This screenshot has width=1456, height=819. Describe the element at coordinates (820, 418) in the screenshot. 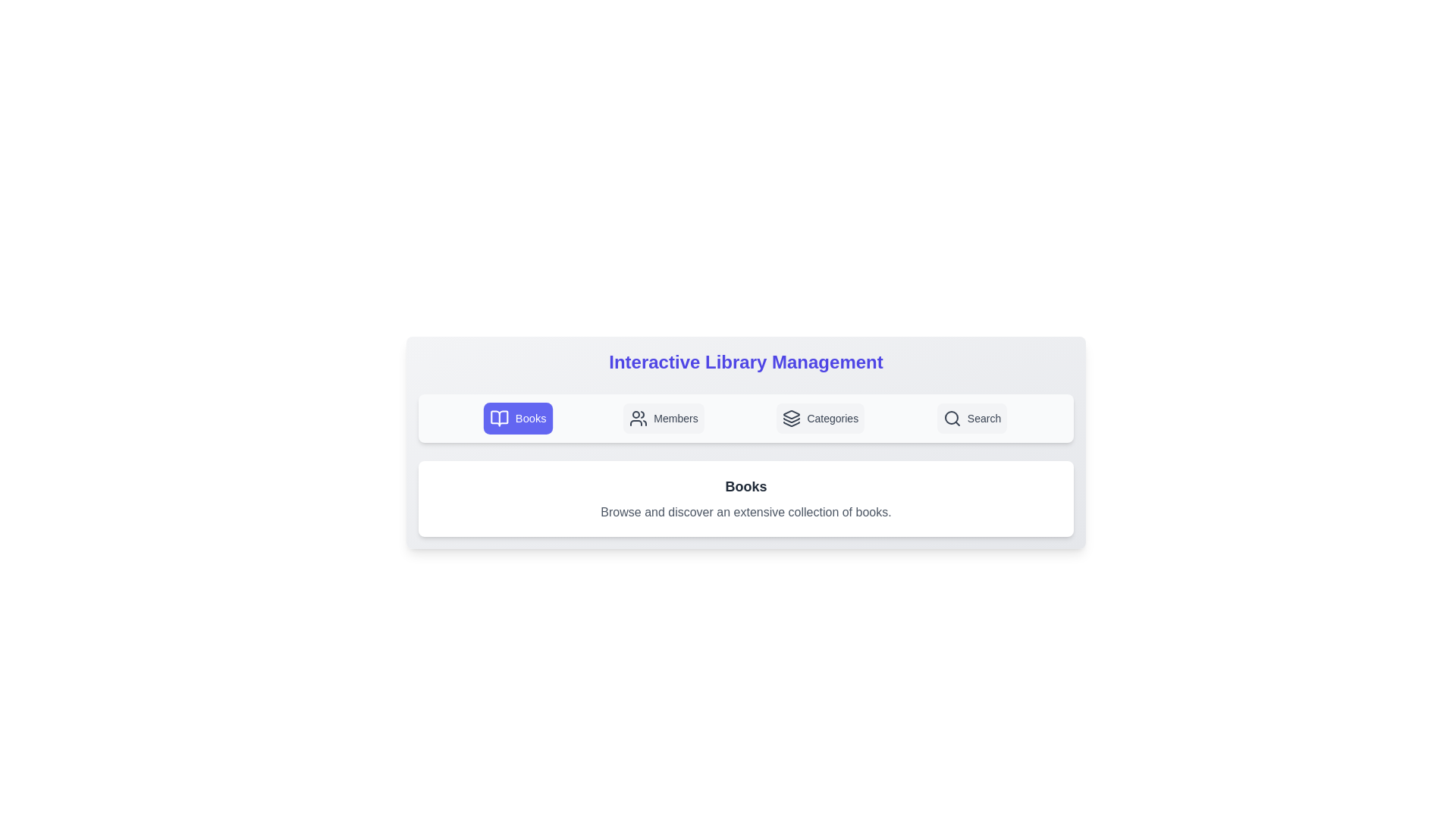

I see `the 'Categories' Navigation button, which is rectangular with rounded corners and has a light gray background` at that location.